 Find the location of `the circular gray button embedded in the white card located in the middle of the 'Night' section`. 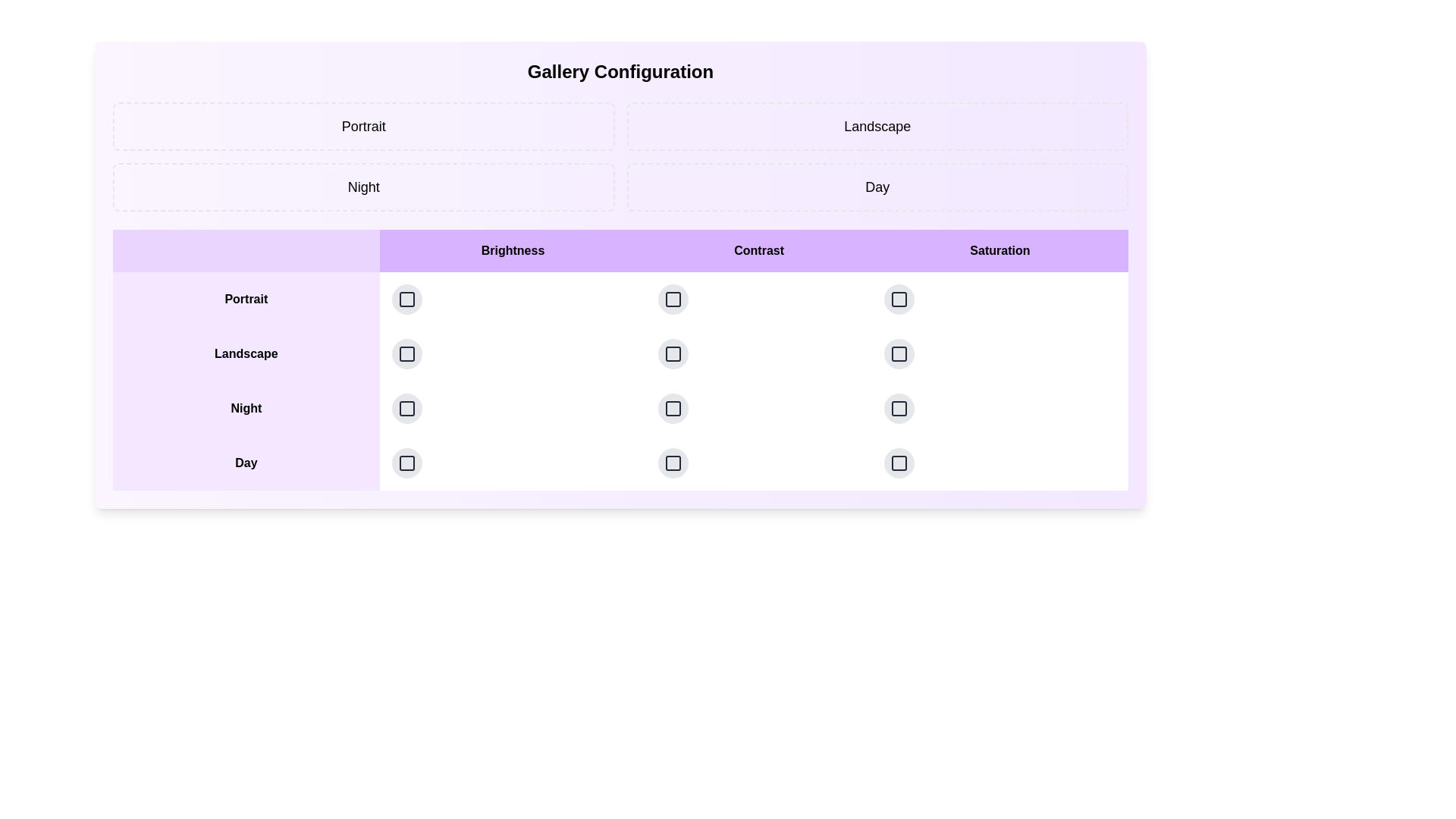

the circular gray button embedded in the white card located in the middle of the 'Night' section is located at coordinates (759, 408).